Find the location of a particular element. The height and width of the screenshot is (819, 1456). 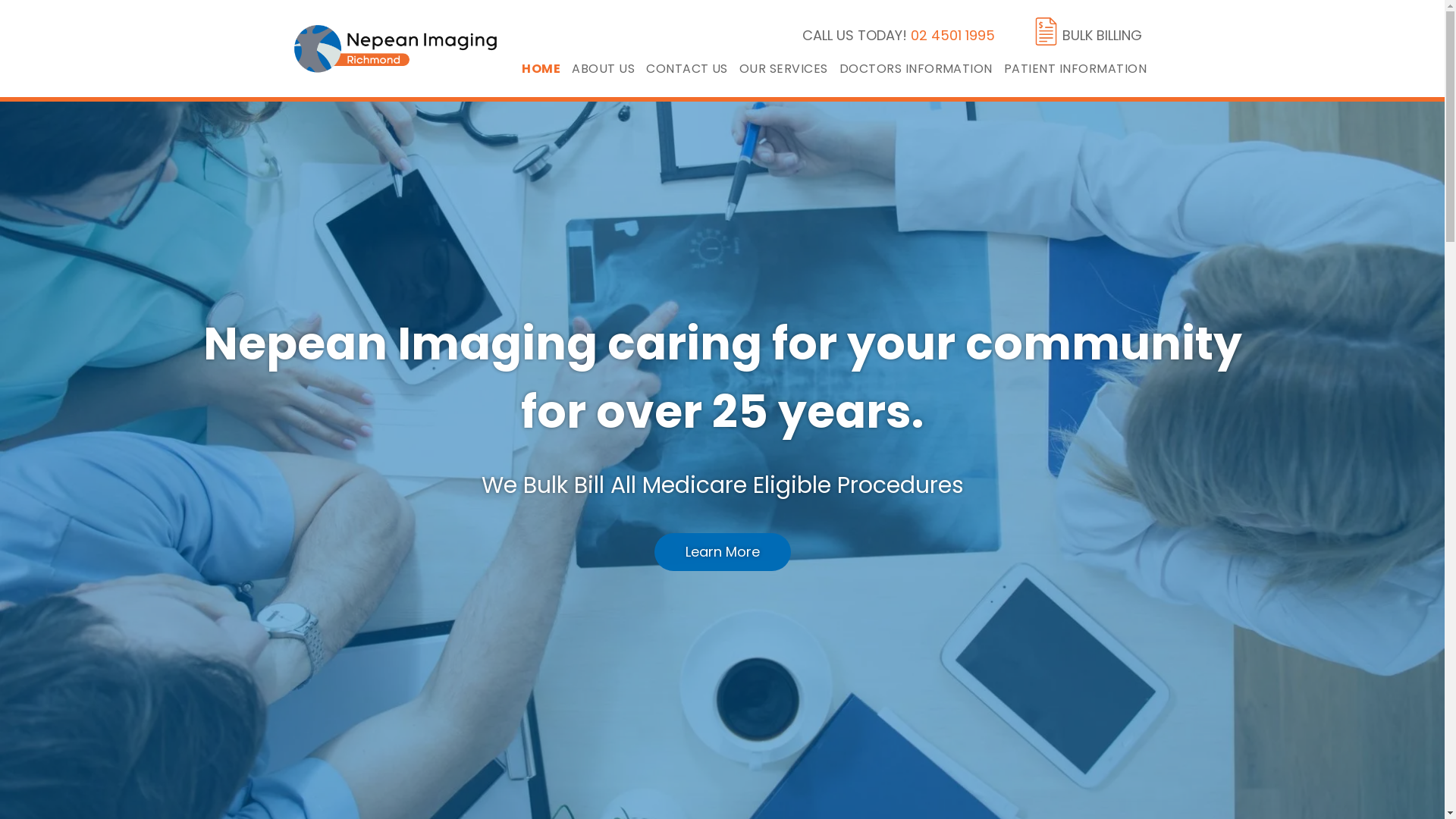

'OUR SERVICES' is located at coordinates (739, 68).